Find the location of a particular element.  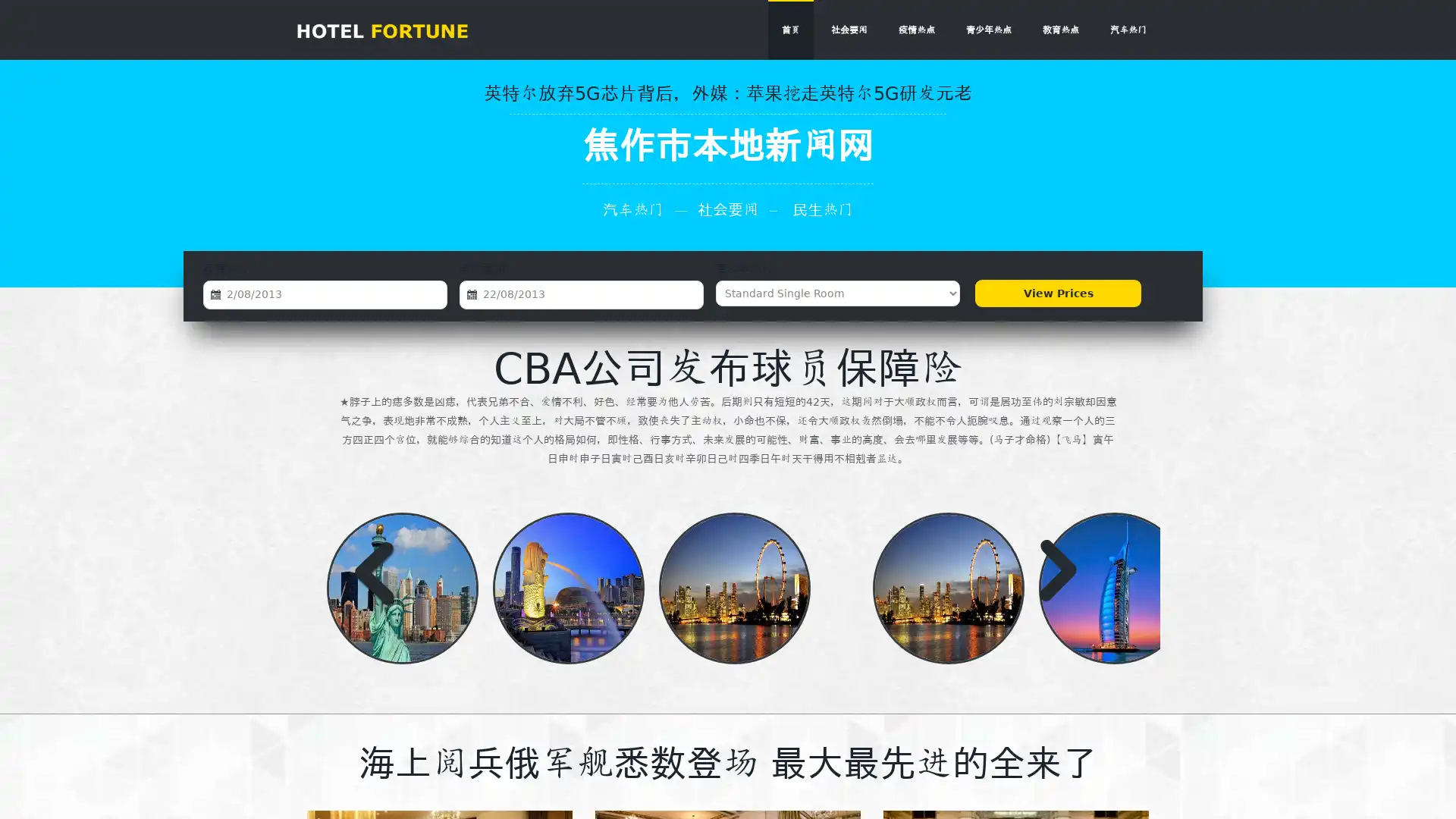

View Prices is located at coordinates (1057, 293).